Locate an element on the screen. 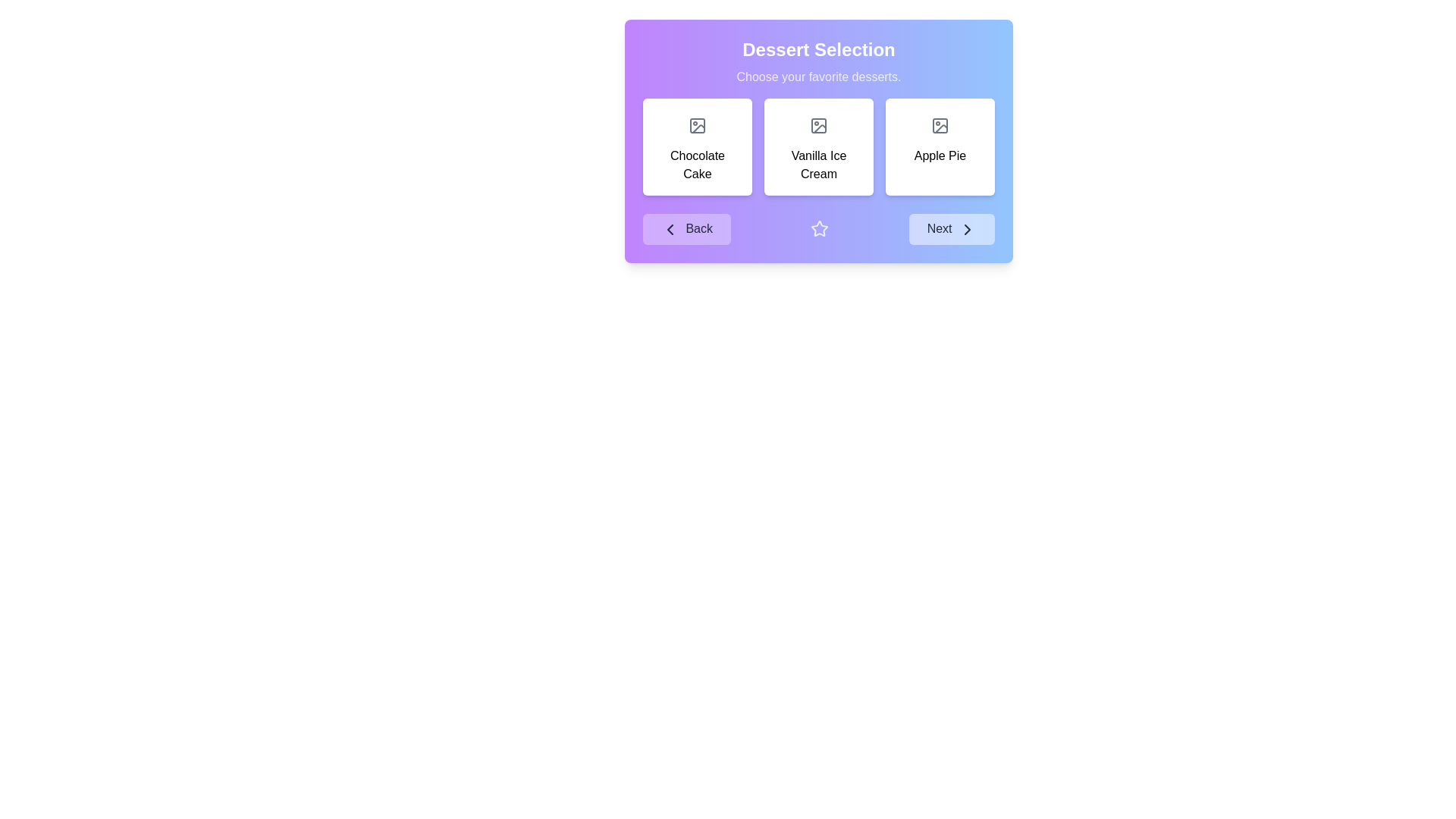  the 'Apple Pie' label which is styled with center alignment and medium font, located within a white card-like component beneath a dessert icon is located at coordinates (939, 155).